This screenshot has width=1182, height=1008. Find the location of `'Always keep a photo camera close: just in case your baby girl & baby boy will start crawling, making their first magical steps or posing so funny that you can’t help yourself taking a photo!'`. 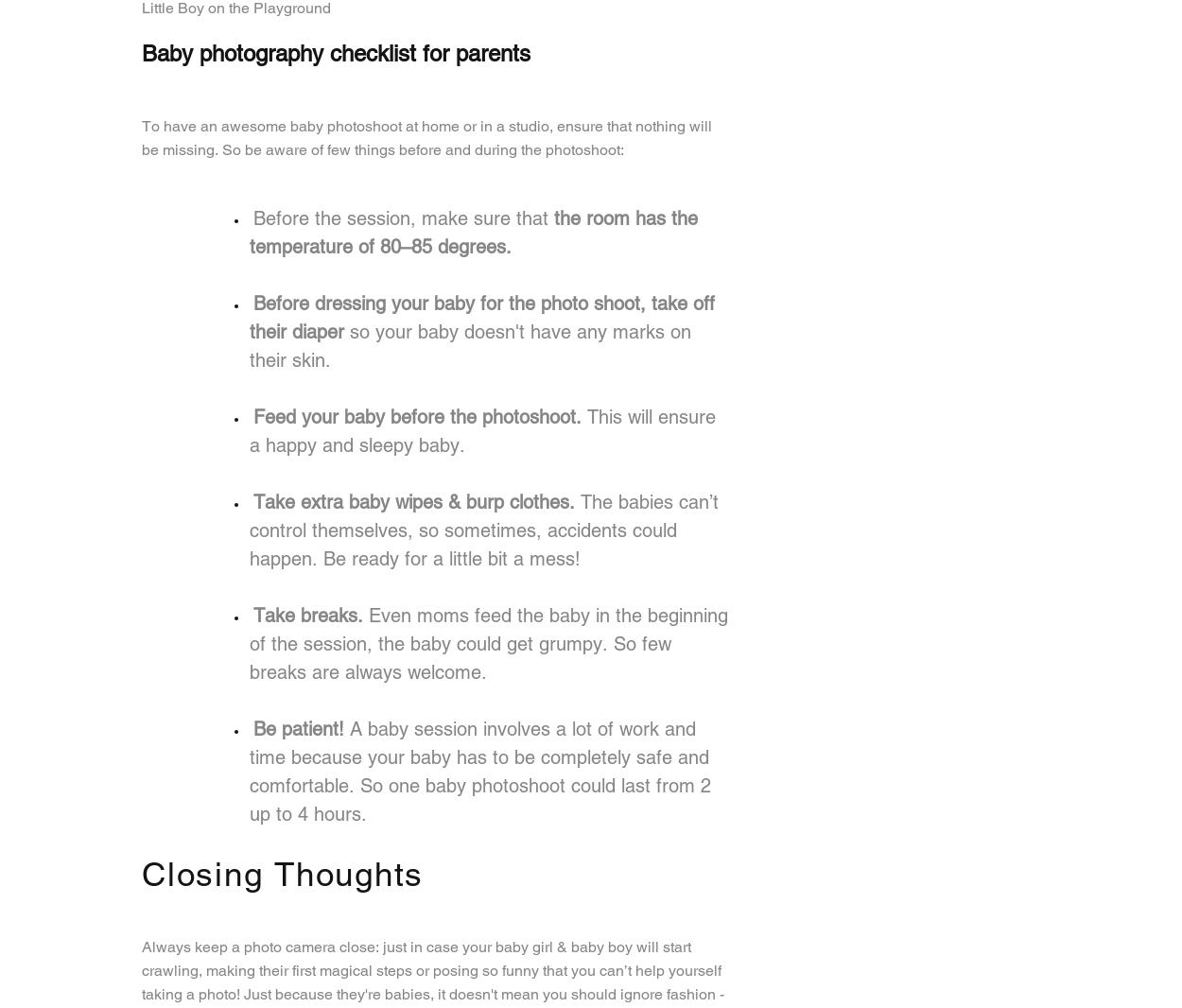

'Always keep a photo camera close: just in case your baby girl & baby boy will start crawling, making their first magical steps or posing so funny that you can’t help yourself taking a photo!' is located at coordinates (430, 969).